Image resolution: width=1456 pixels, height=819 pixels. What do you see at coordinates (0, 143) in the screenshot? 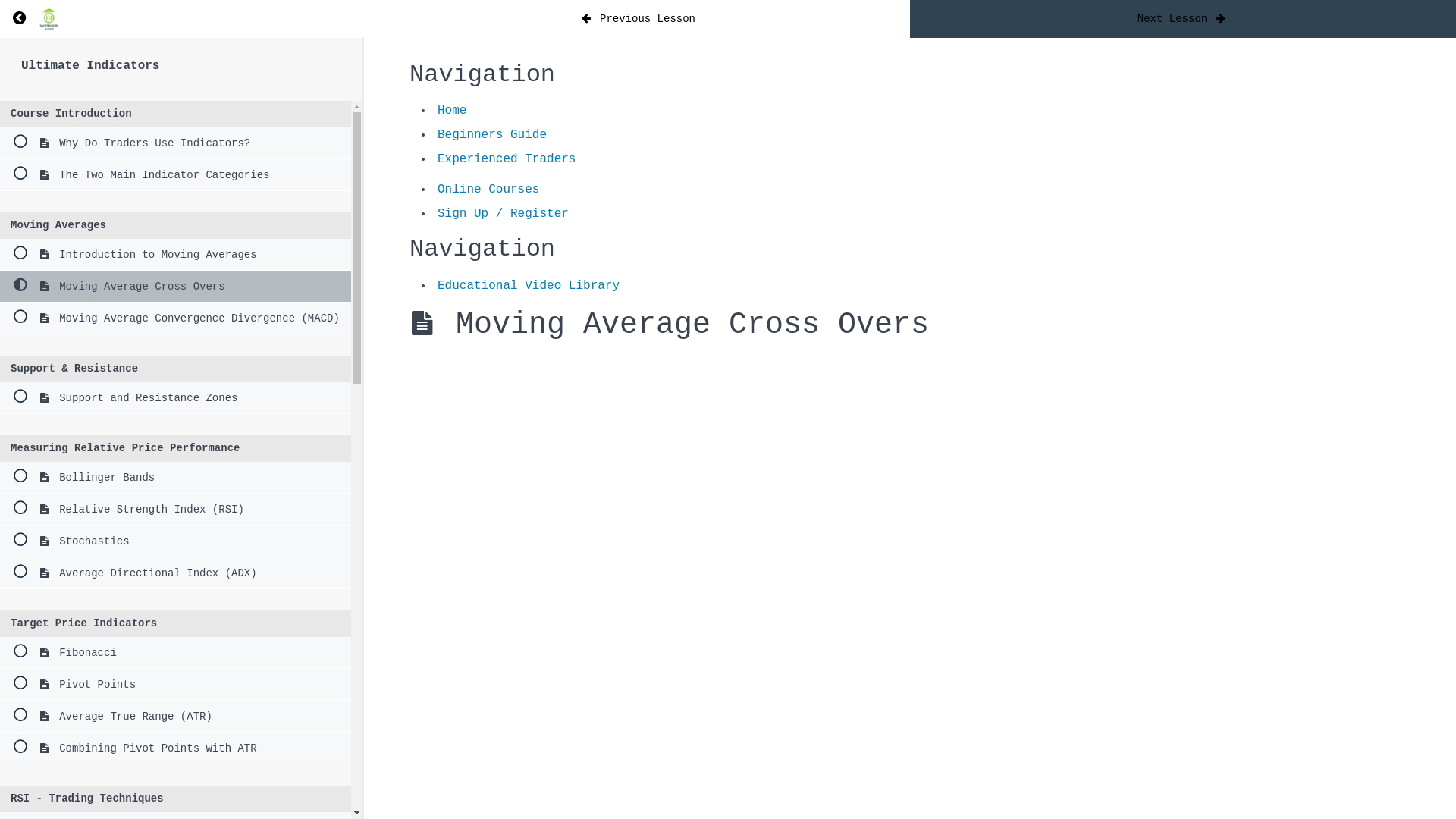
I see `'Why Do Traders Use Indicators?'` at bounding box center [0, 143].